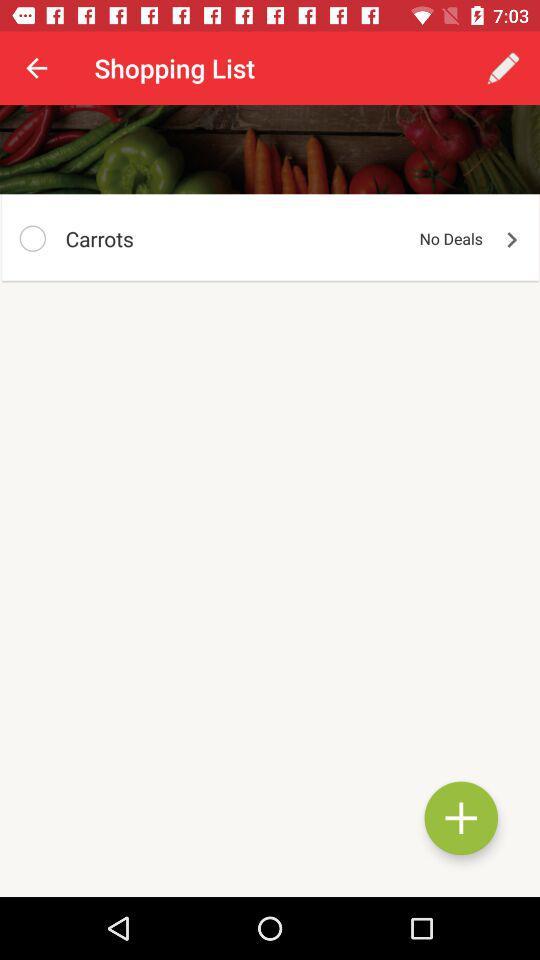  What do you see at coordinates (502, 68) in the screenshot?
I see `the app to the right of shopping list item` at bounding box center [502, 68].